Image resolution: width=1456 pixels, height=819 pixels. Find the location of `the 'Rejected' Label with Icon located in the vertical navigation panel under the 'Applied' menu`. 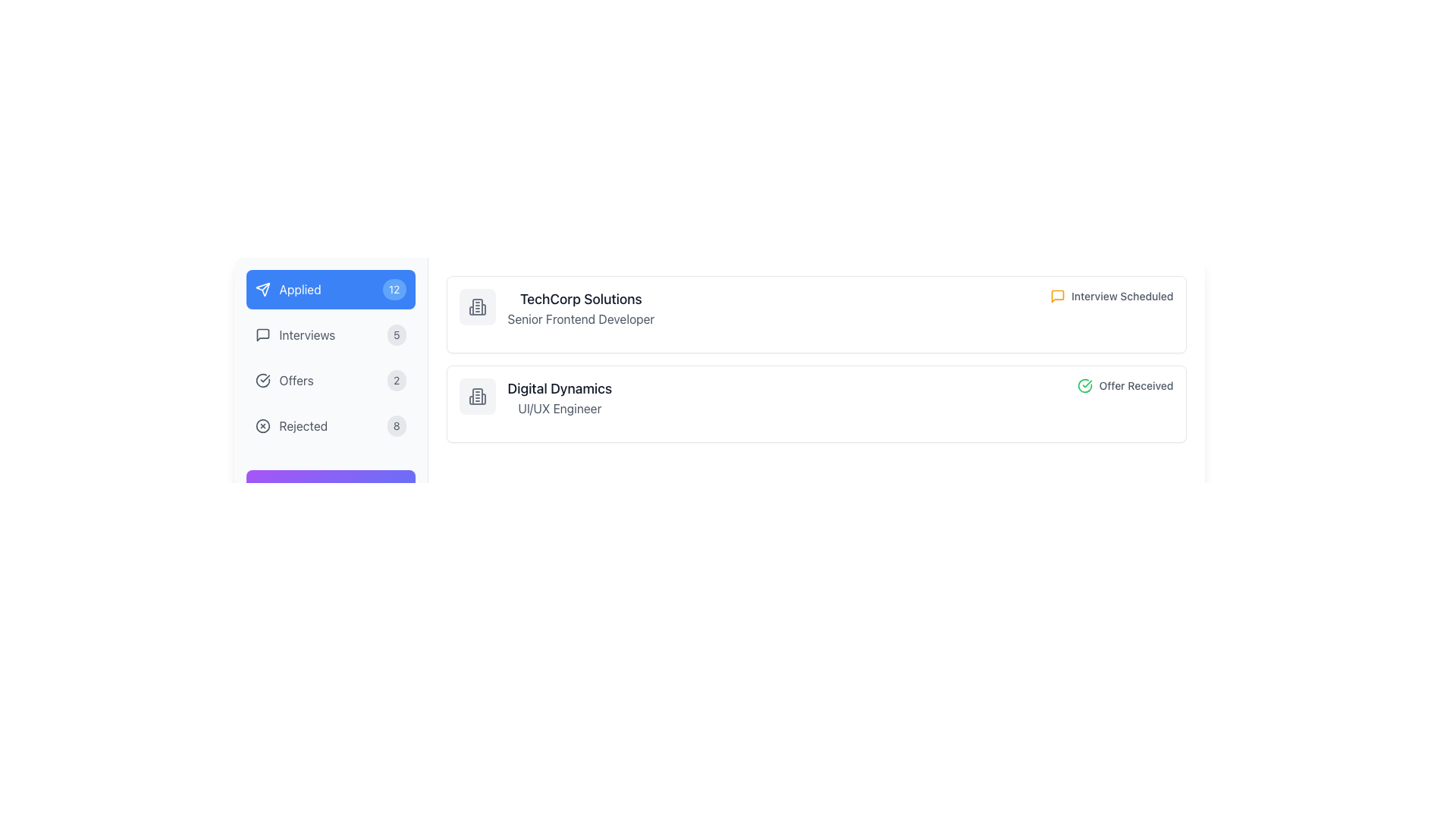

the 'Rejected' Label with Icon located in the vertical navigation panel under the 'Applied' menu is located at coordinates (291, 426).